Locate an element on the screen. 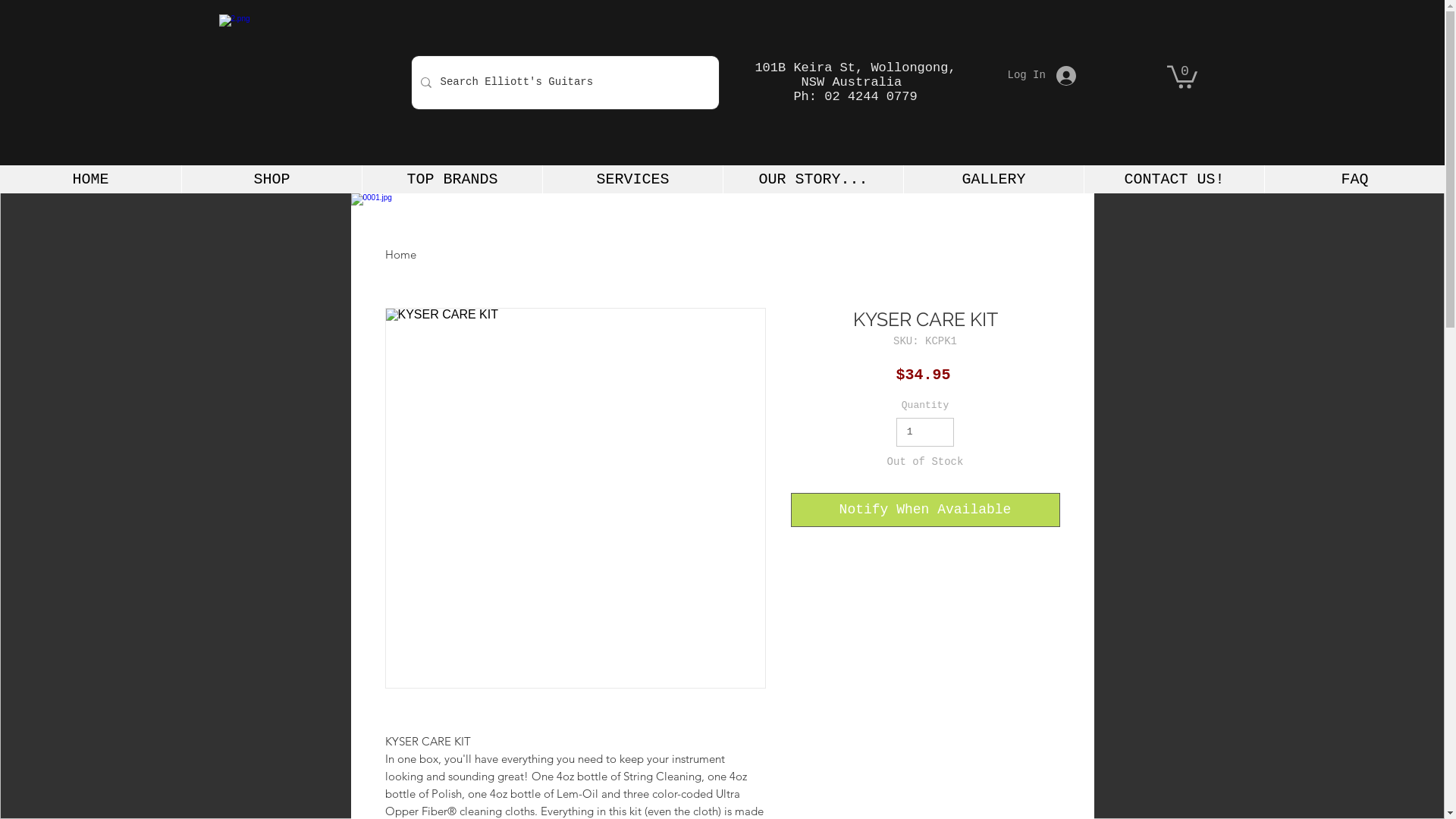 The width and height of the screenshot is (1456, 819). 'HOME' is located at coordinates (89, 178).